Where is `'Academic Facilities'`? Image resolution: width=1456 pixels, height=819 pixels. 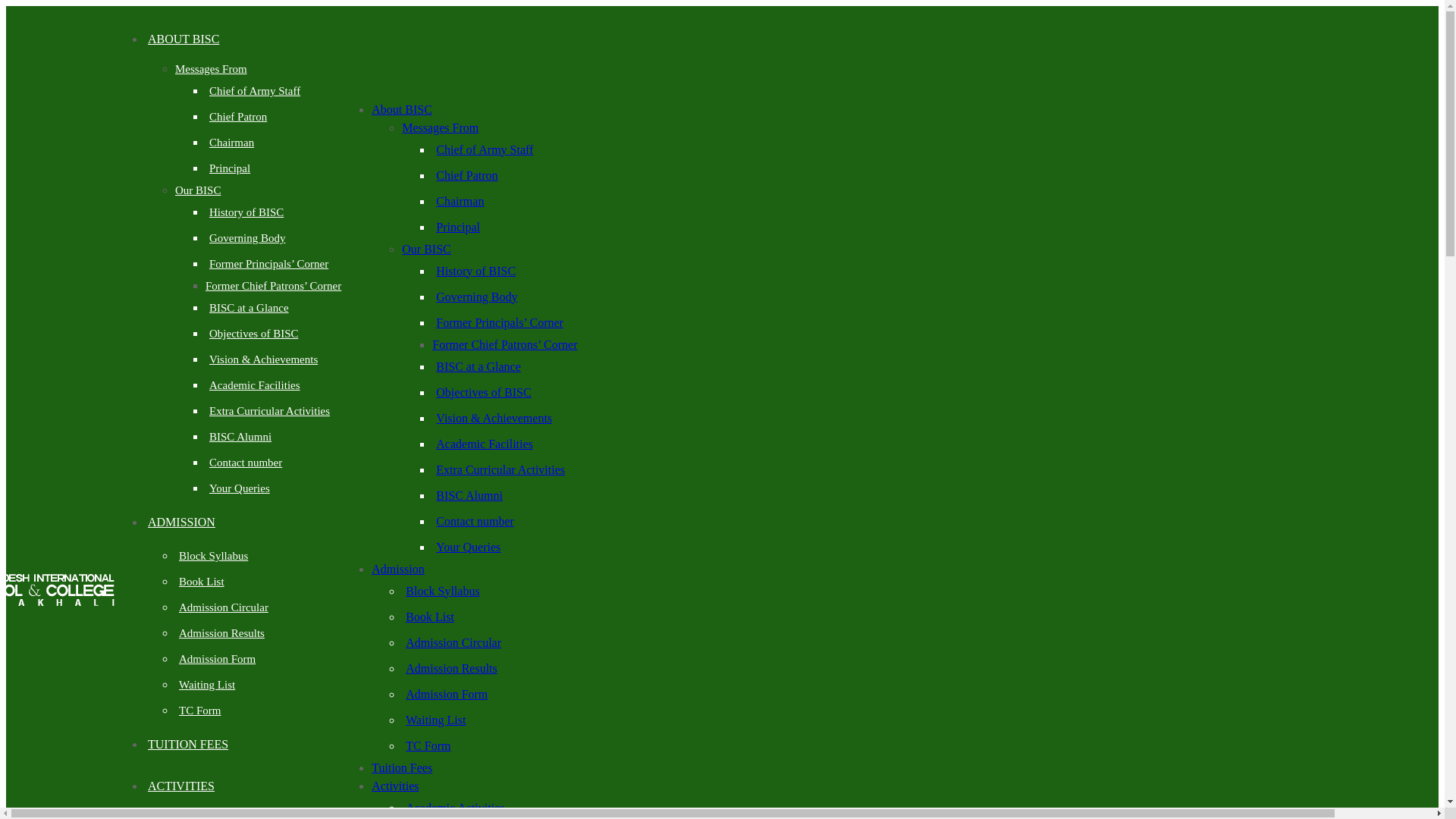 'Academic Facilities' is located at coordinates (435, 443).